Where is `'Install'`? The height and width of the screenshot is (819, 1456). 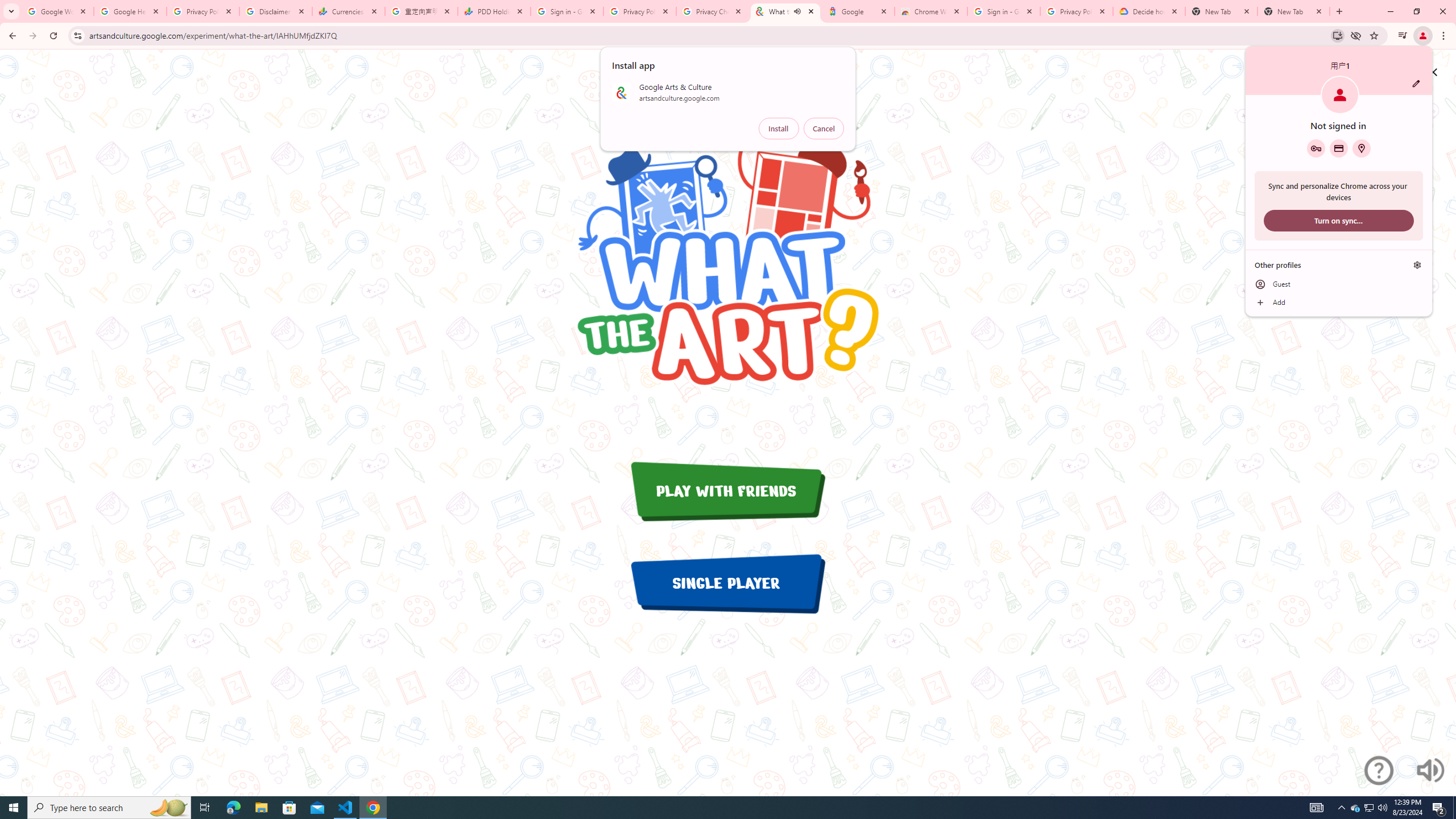
'Install' is located at coordinates (779, 128).